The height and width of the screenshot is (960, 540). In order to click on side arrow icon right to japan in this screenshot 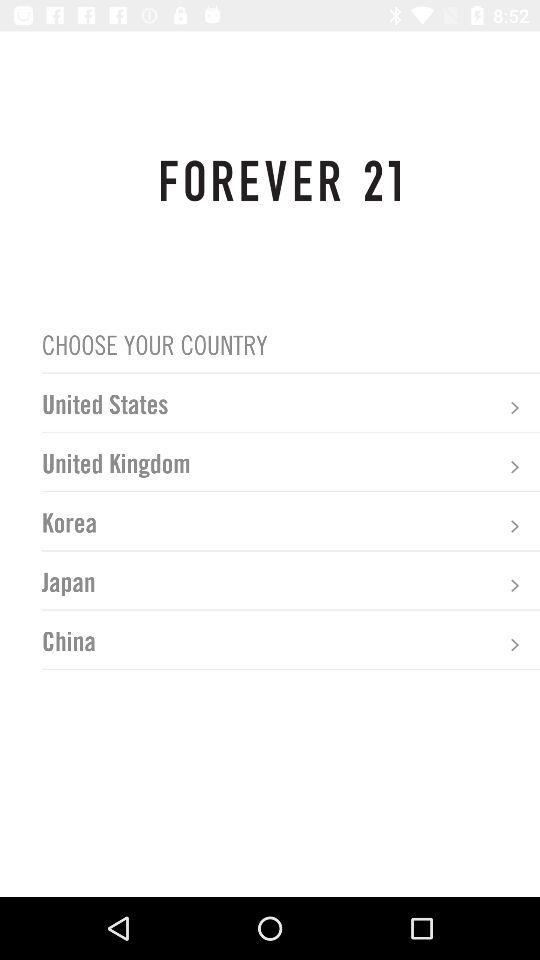, I will do `click(514, 585)`.